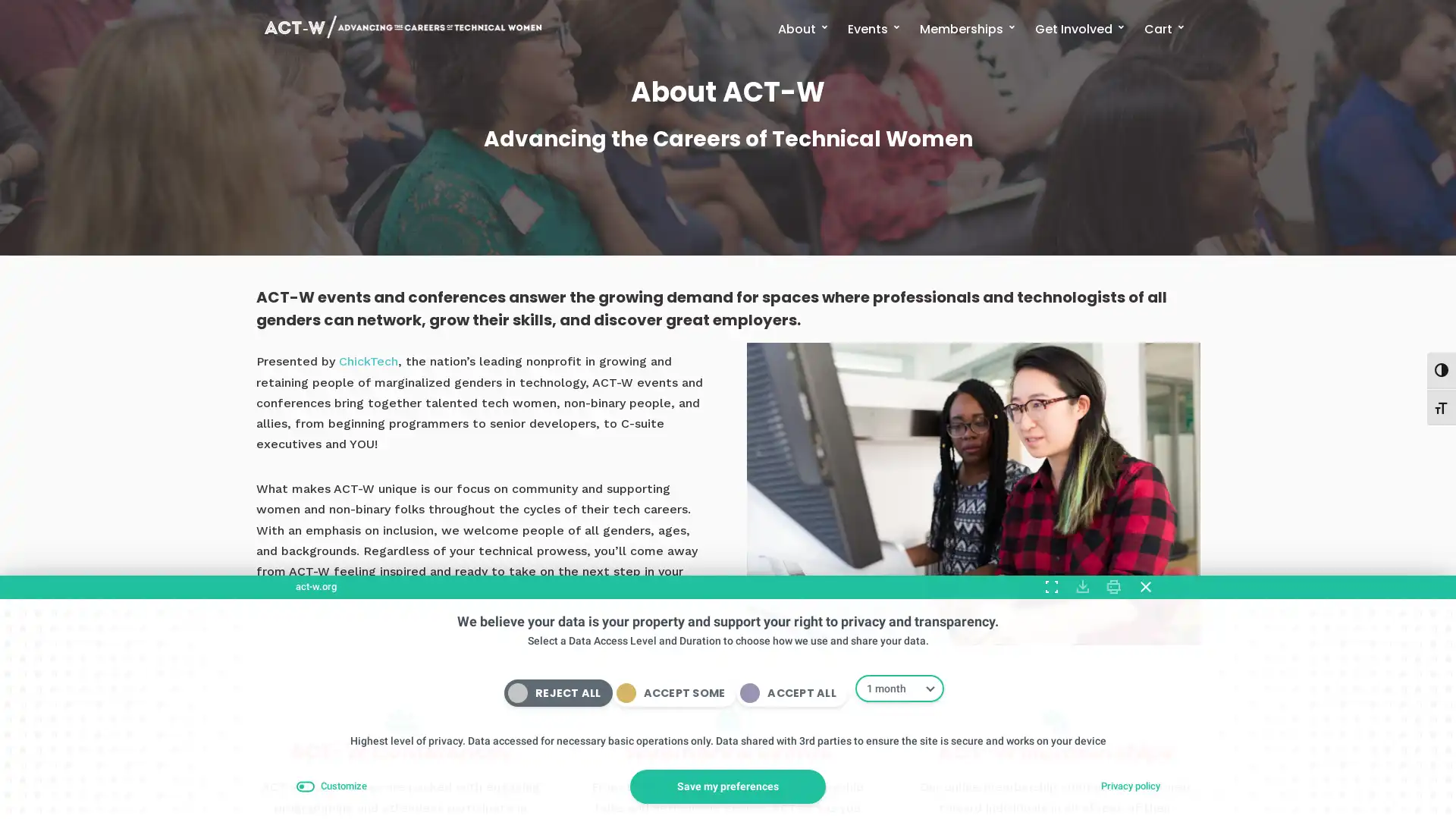 The width and height of the screenshot is (1456, 819). Describe the element at coordinates (728, 786) in the screenshot. I see `Save my preferences` at that location.